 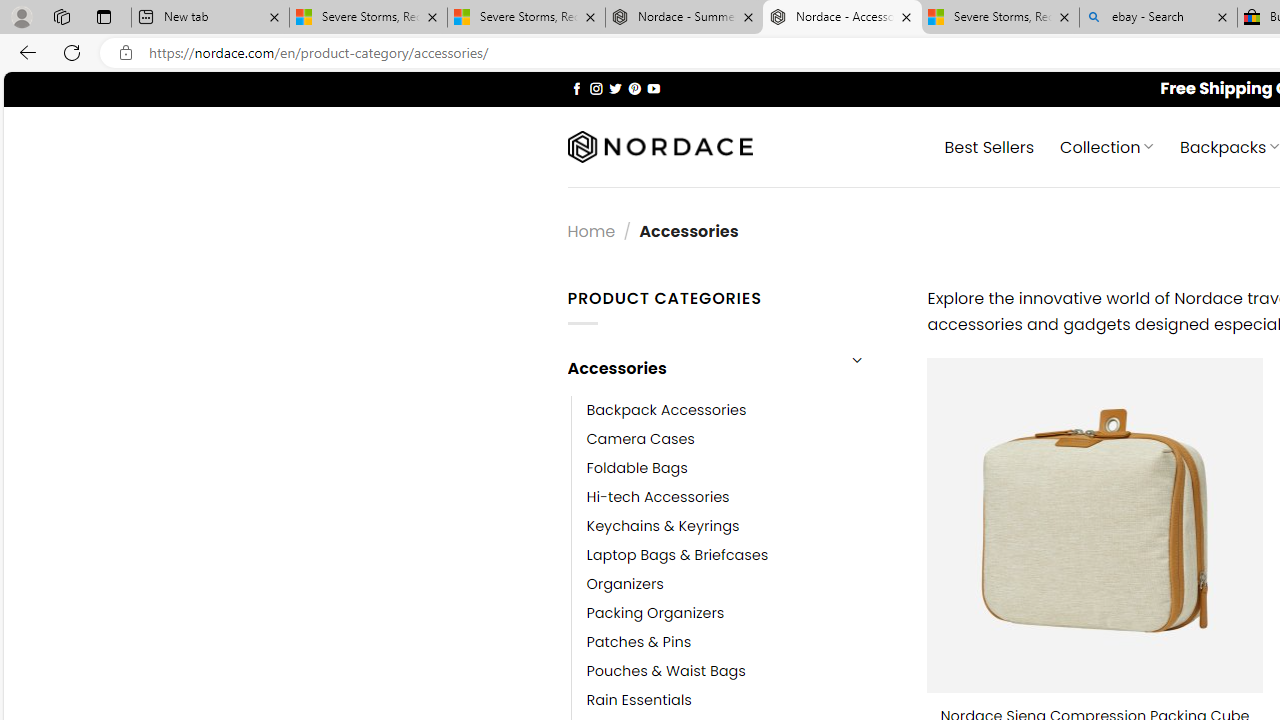 What do you see at coordinates (655, 613) in the screenshot?
I see `'Packing Organizers'` at bounding box center [655, 613].